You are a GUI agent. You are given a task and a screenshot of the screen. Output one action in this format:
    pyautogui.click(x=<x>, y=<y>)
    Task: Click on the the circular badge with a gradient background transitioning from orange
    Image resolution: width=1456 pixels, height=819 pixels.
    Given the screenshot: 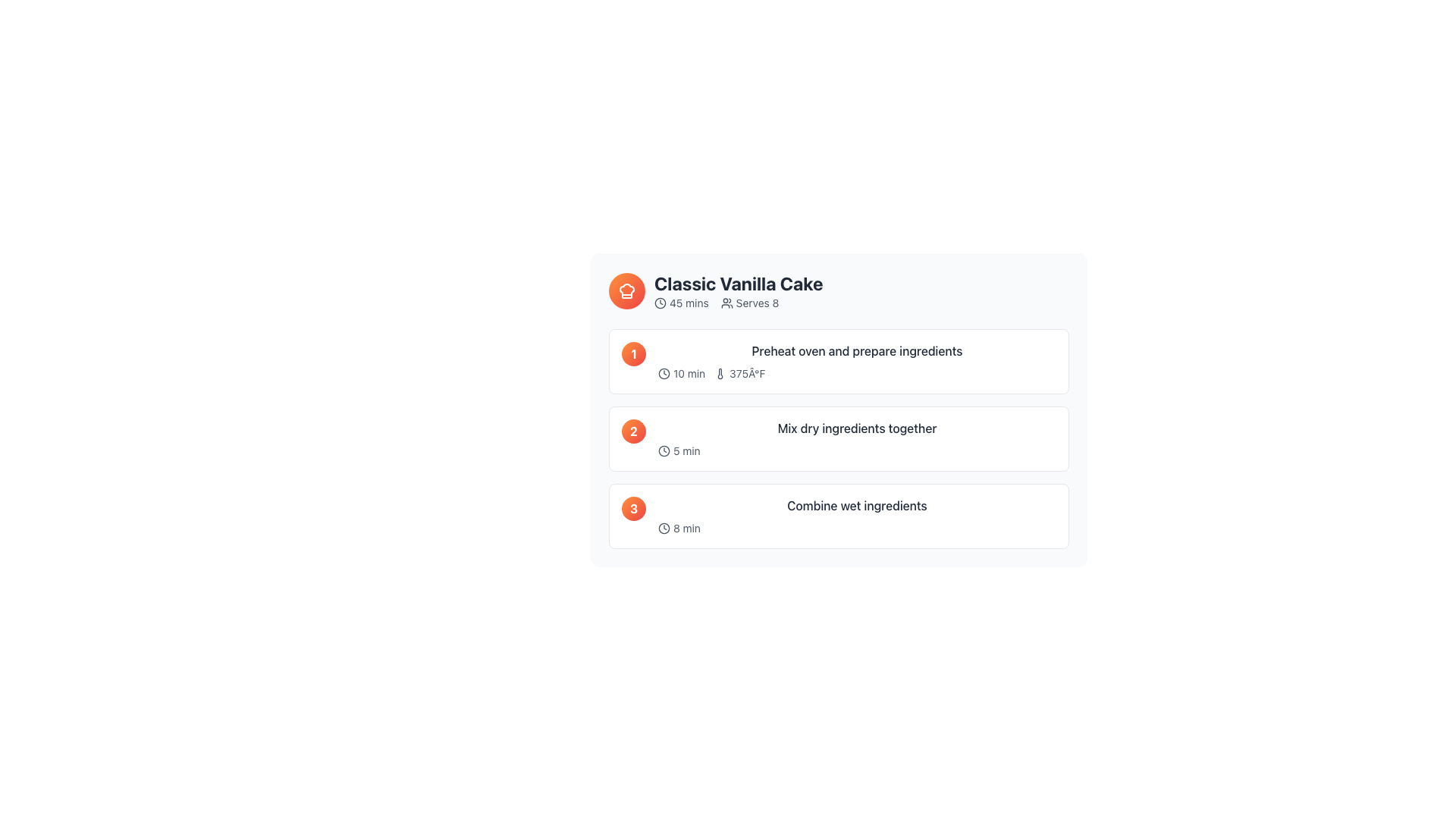 What is the action you would take?
    pyautogui.click(x=633, y=353)
    